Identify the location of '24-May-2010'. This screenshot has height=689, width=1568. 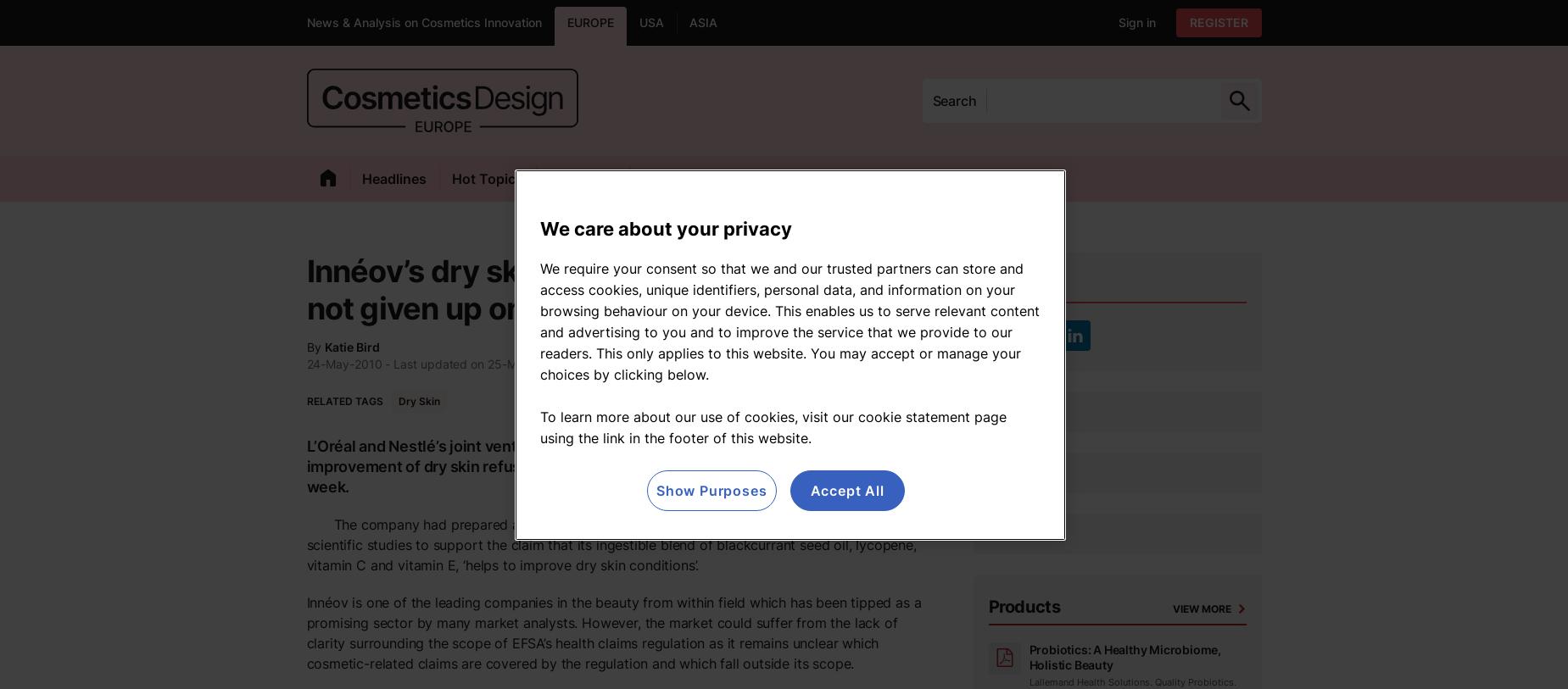
(304, 364).